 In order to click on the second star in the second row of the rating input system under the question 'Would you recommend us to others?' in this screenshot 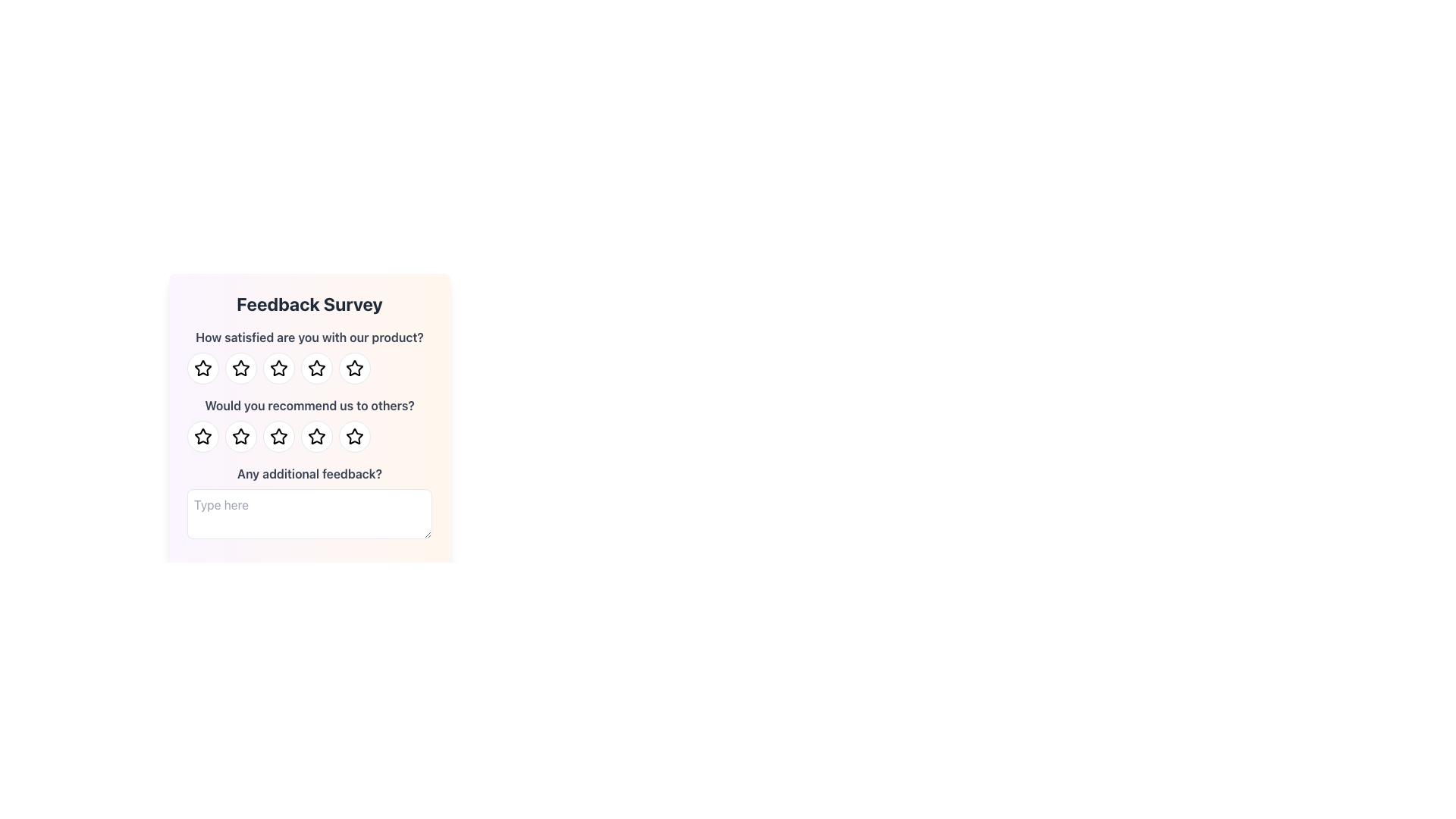, I will do `click(240, 436)`.